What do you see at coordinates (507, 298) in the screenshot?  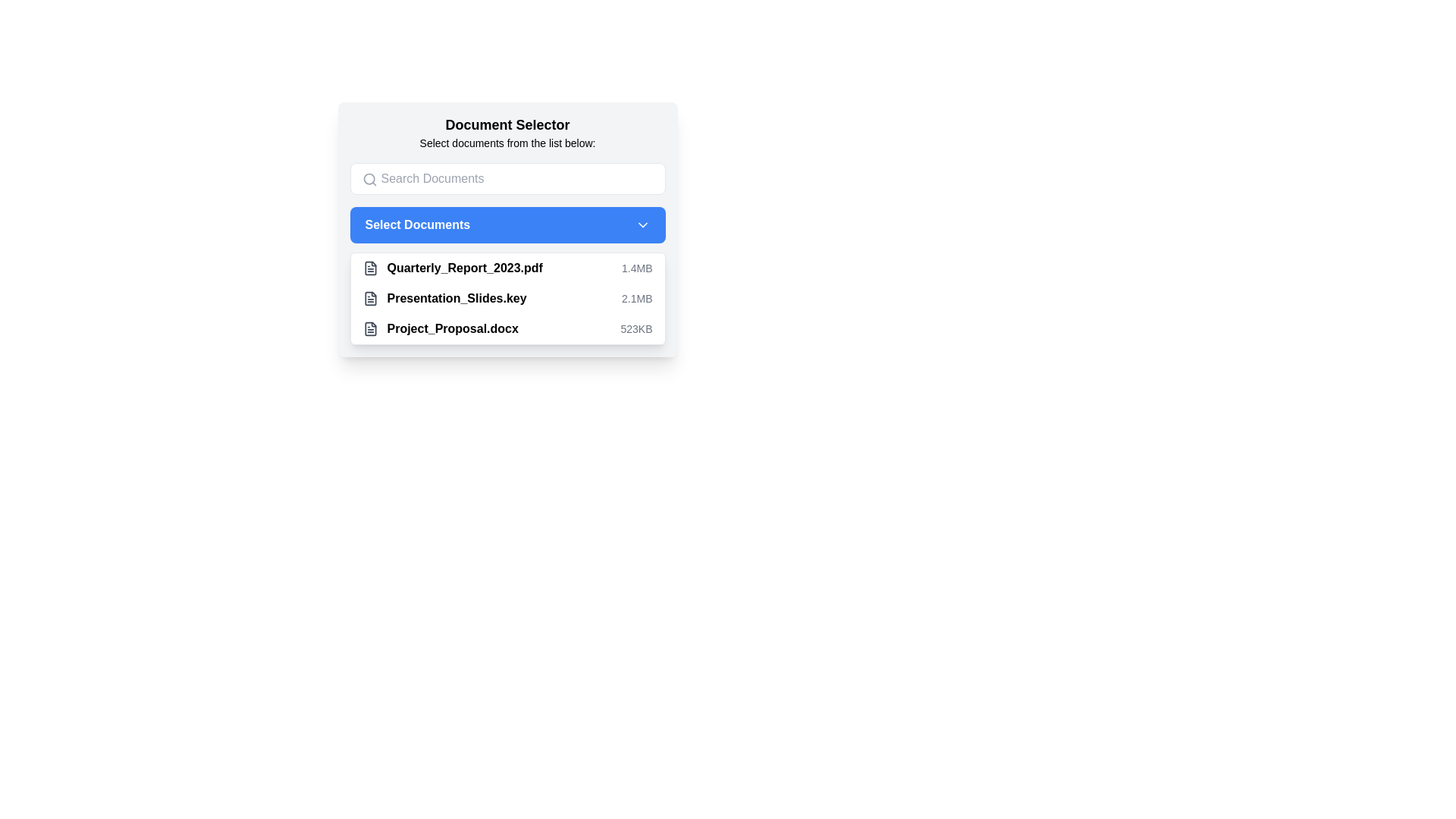 I see `the list item displaying the filename 'Presentation_Slides.key'` at bounding box center [507, 298].